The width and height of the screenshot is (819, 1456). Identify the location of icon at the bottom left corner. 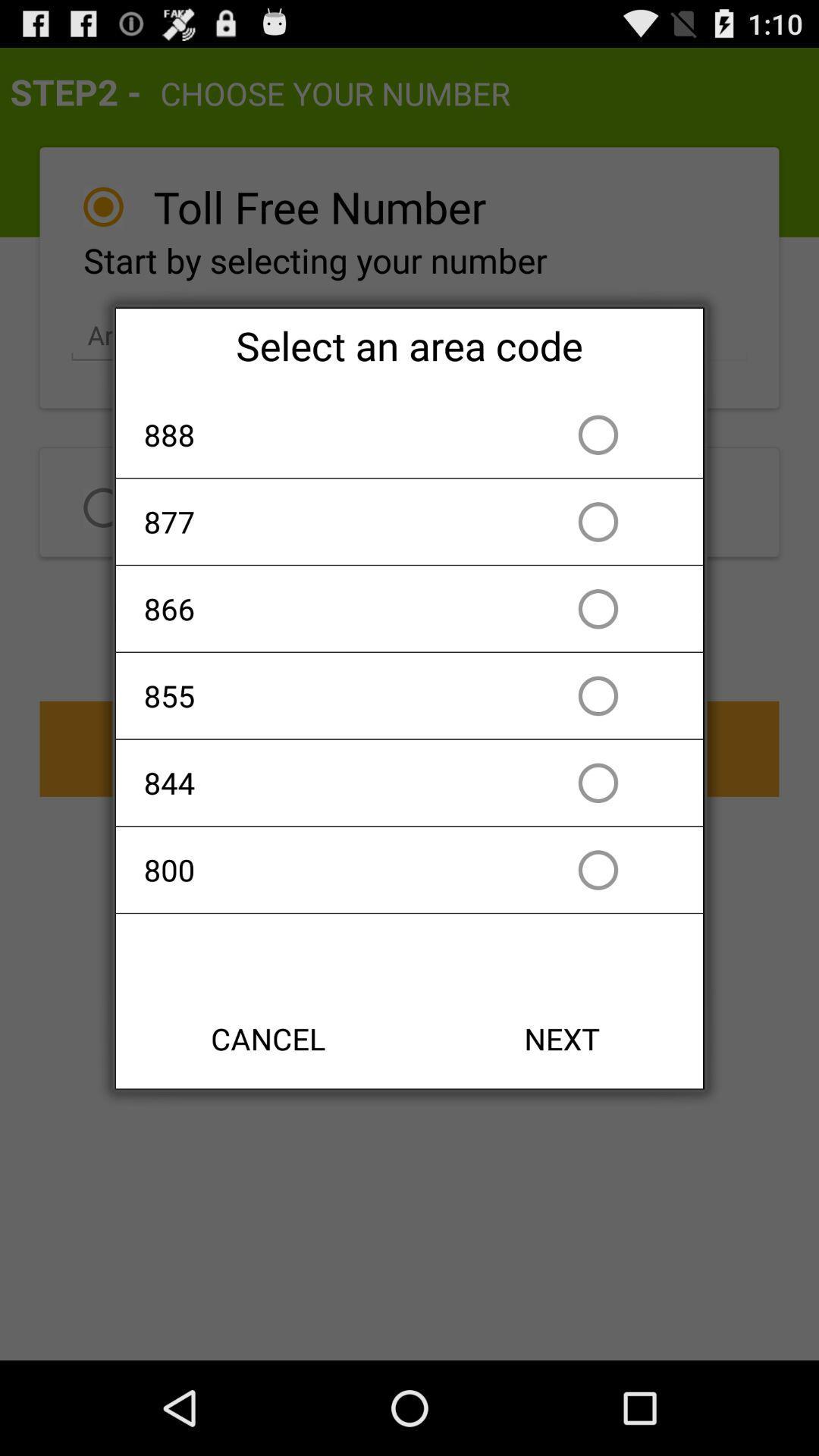
(268, 1037).